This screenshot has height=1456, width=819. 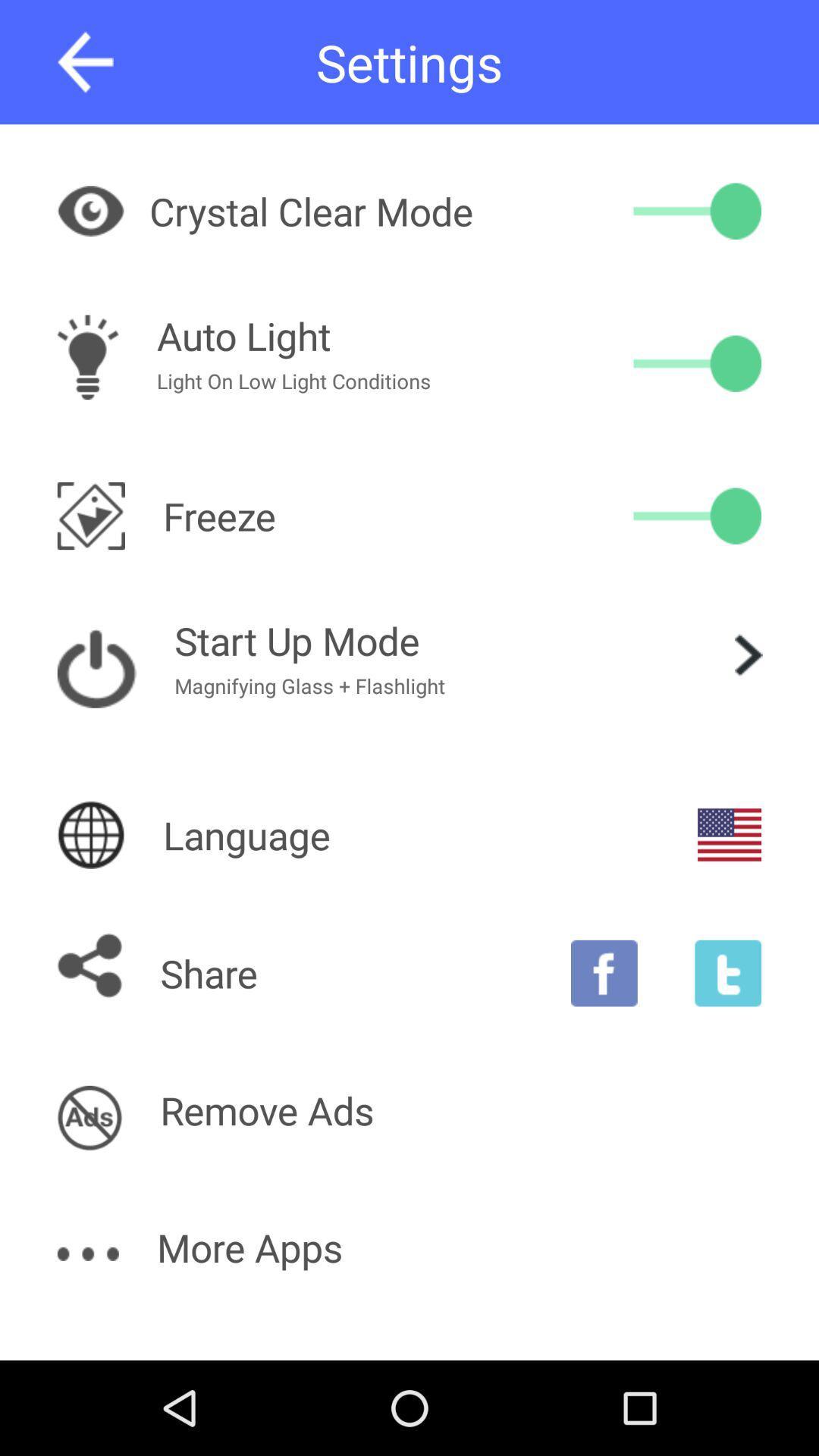 I want to click on switch orientation, so click(x=697, y=516).